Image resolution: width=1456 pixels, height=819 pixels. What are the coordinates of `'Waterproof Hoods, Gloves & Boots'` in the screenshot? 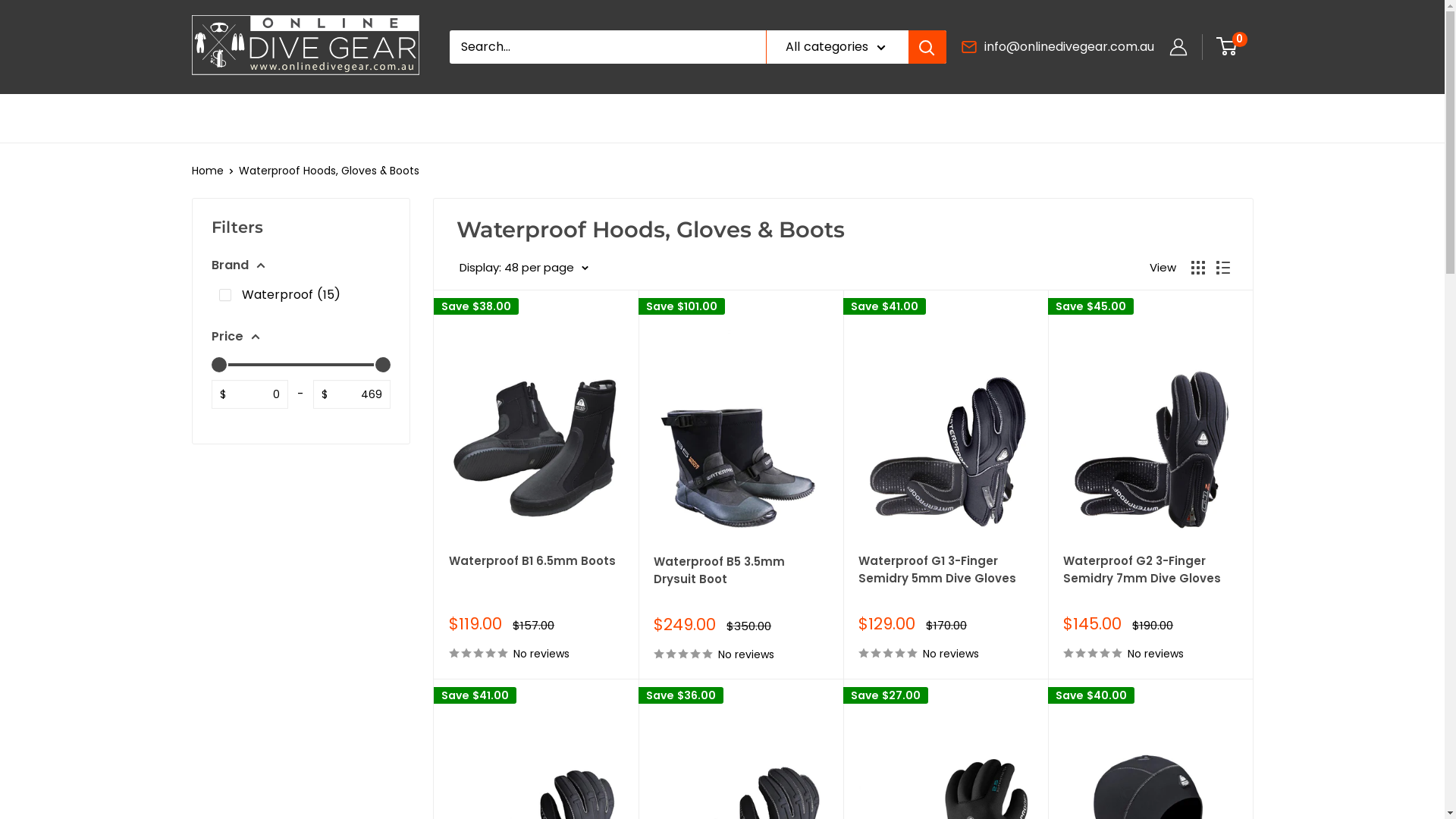 It's located at (327, 170).